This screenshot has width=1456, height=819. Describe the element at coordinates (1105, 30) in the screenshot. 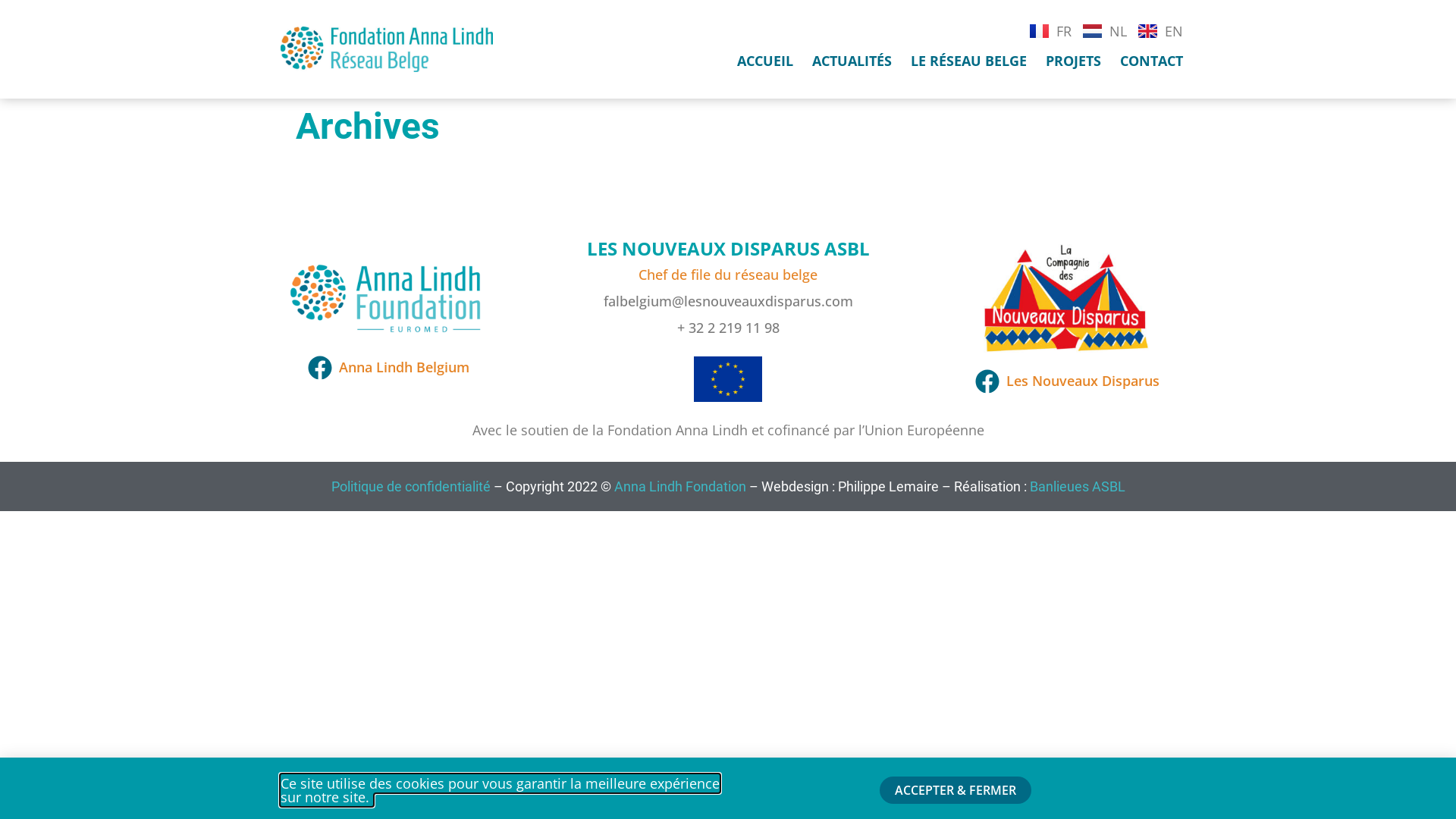

I see `'NL'` at that location.